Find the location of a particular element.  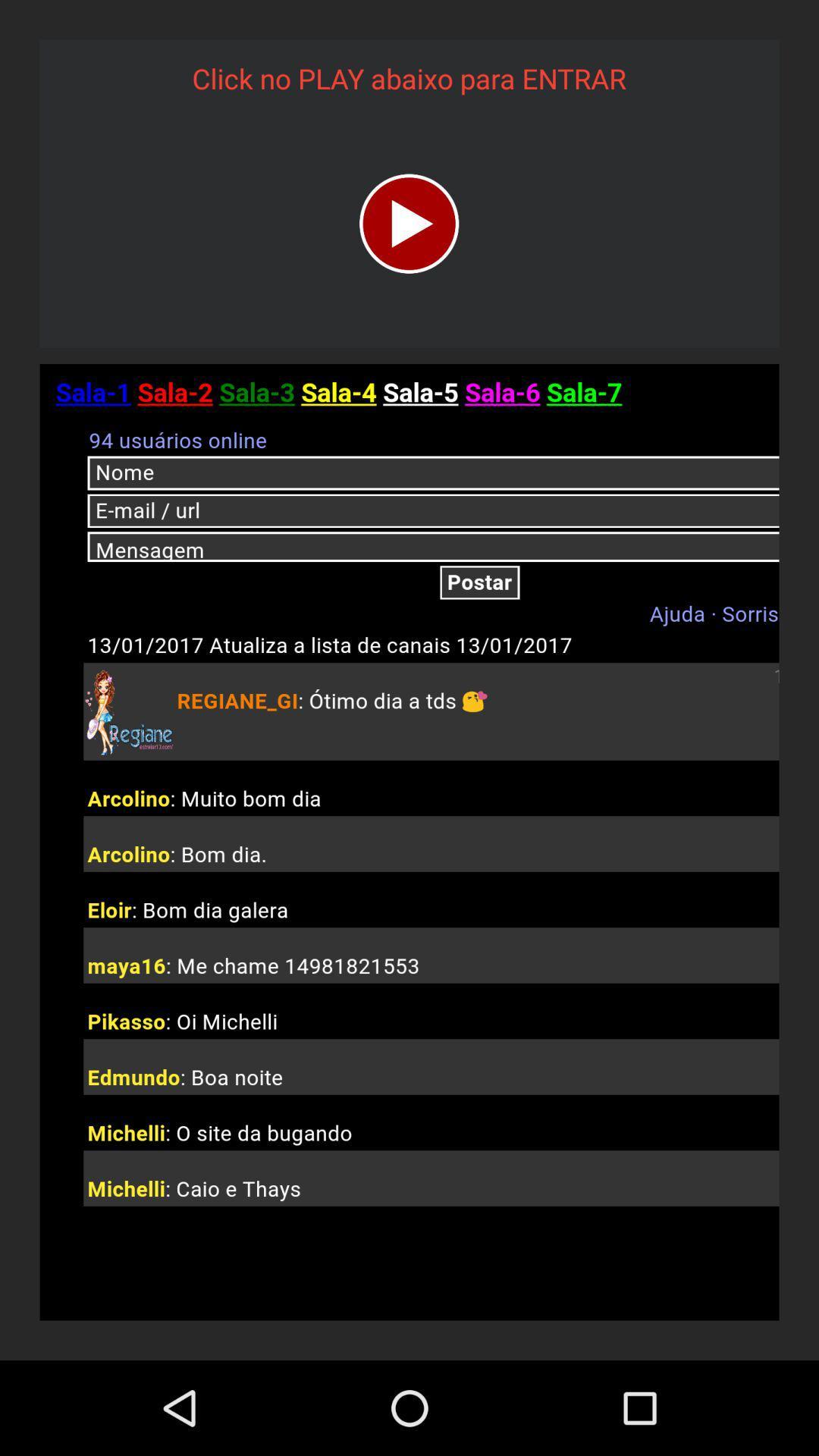

play is located at coordinates (408, 223).